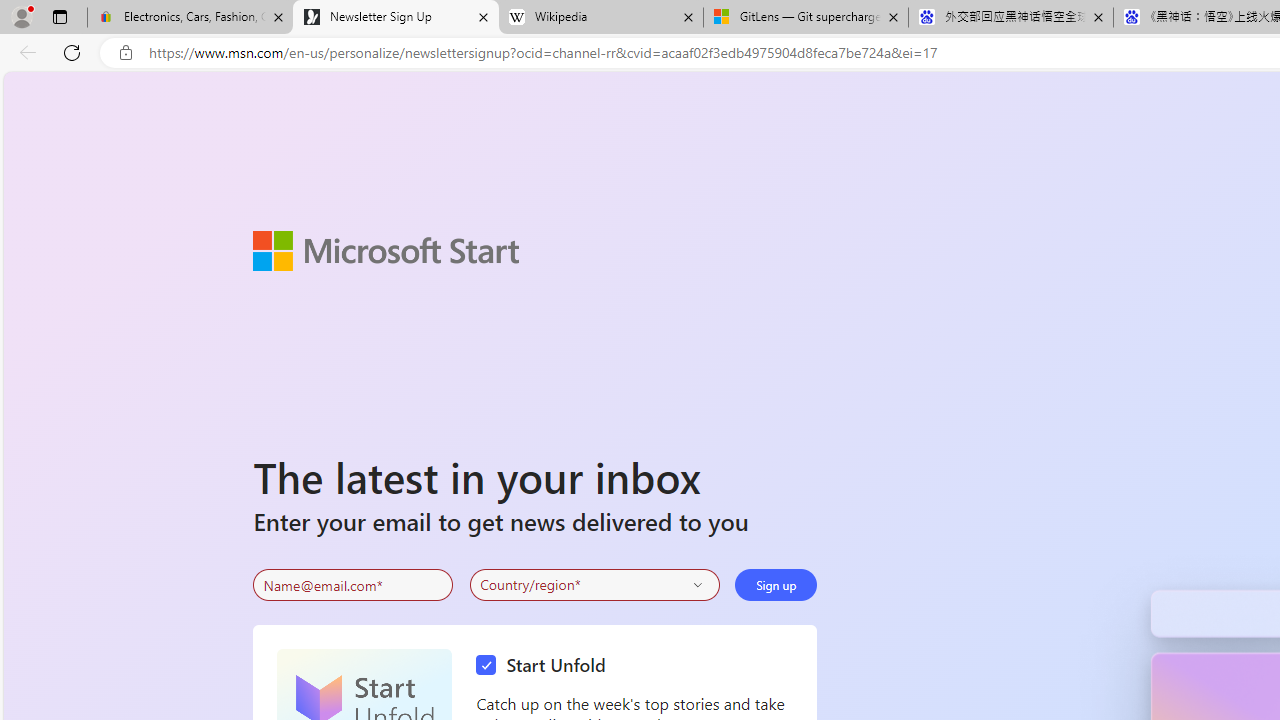 This screenshot has height=720, width=1280. I want to click on 'Sign up', so click(775, 585).